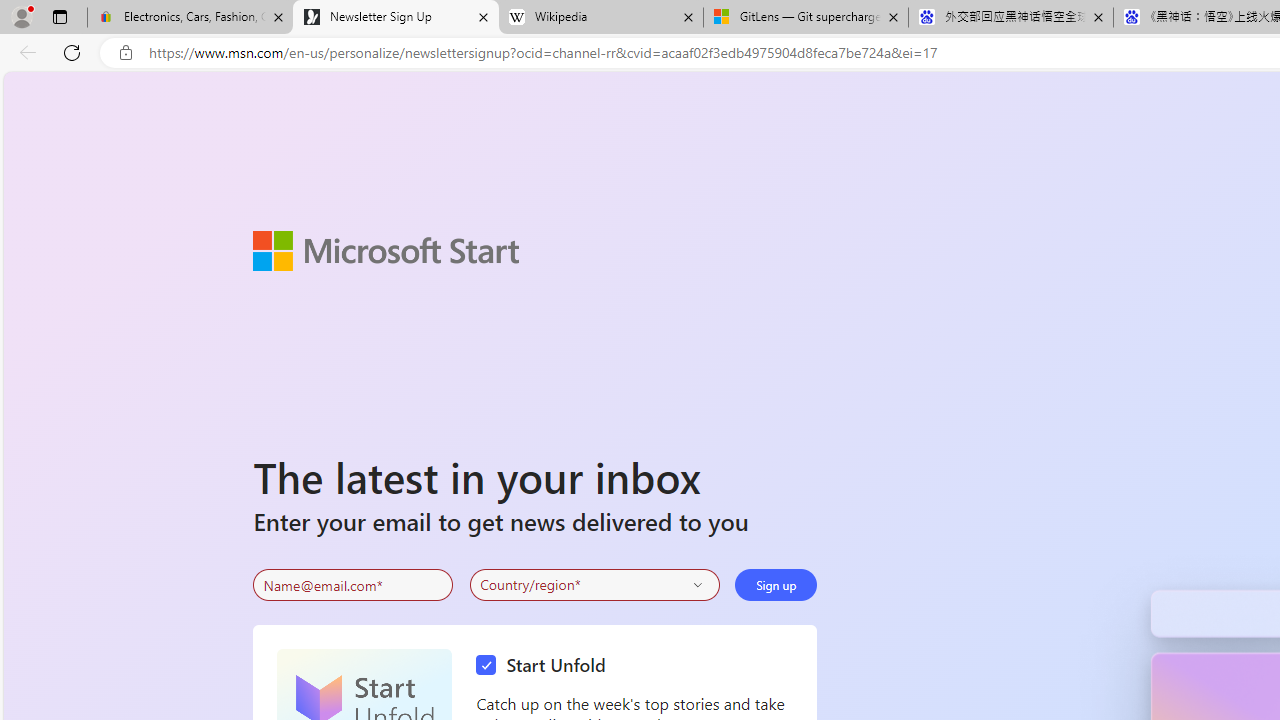 This screenshot has height=720, width=1280. I want to click on 'Sign up', so click(775, 585).